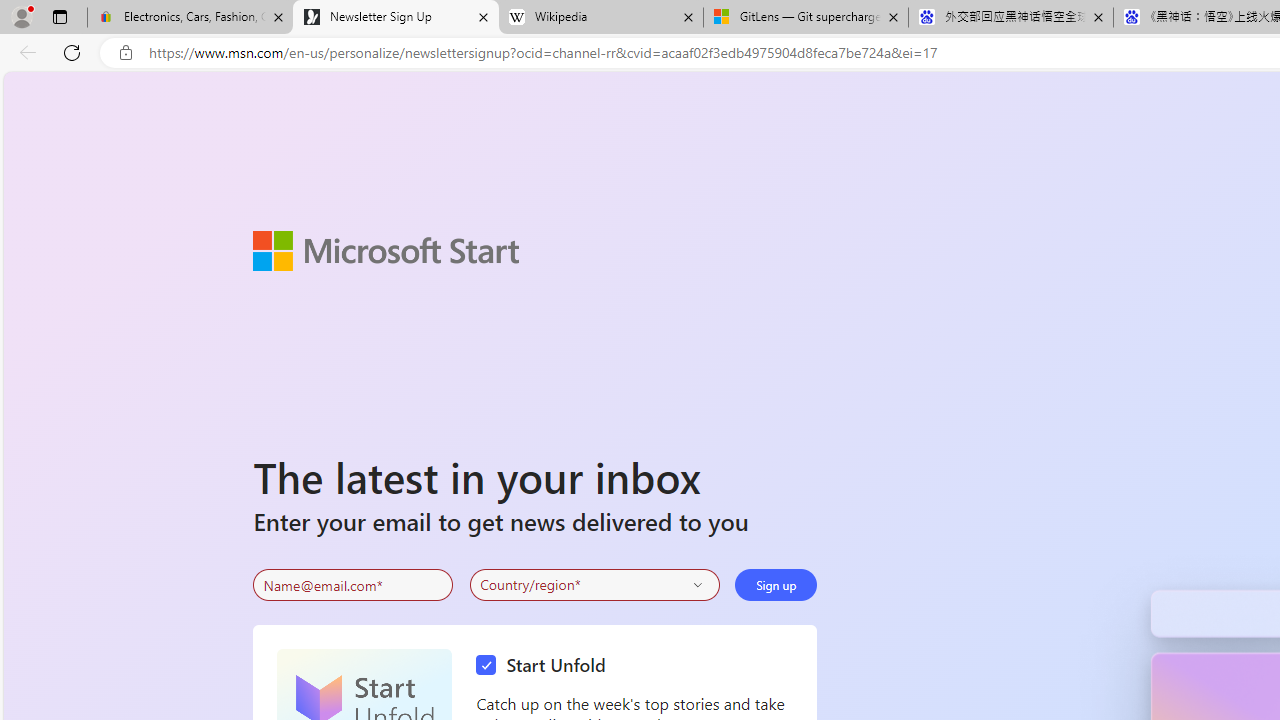 This screenshot has height=720, width=1280. I want to click on 'Sign up', so click(775, 585).